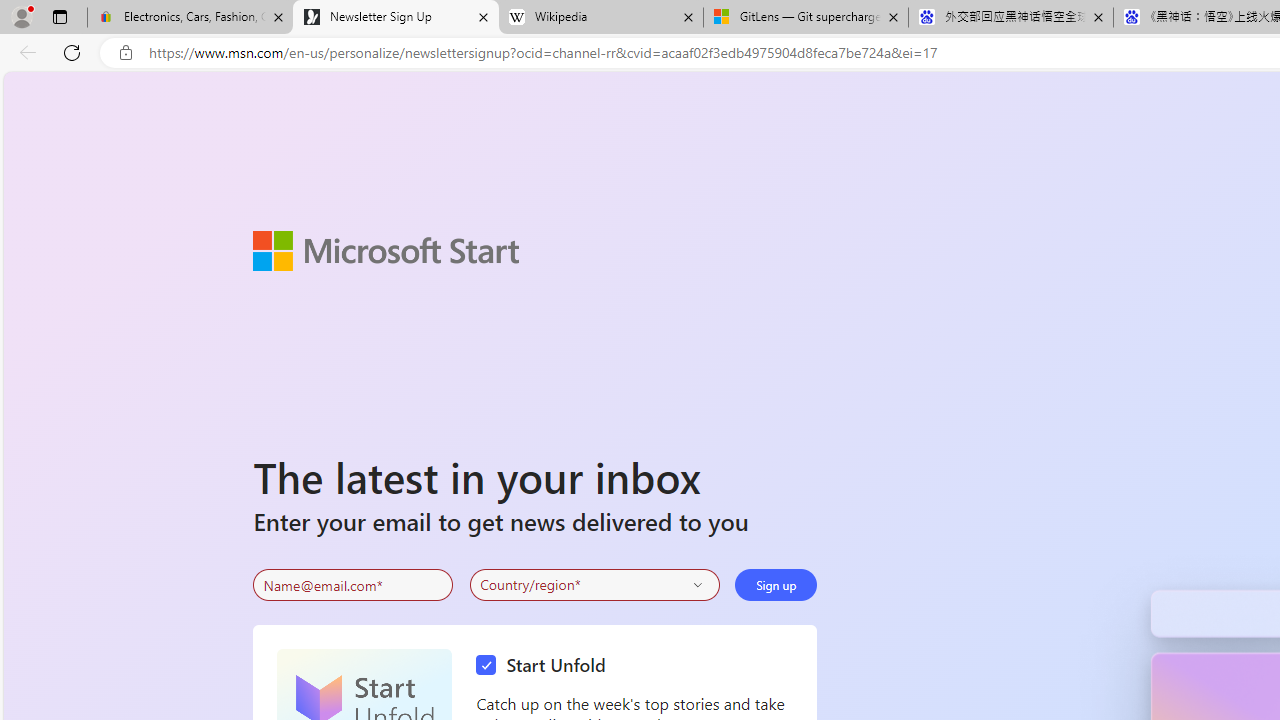 This screenshot has height=720, width=1280. I want to click on 'Sign up', so click(775, 585).